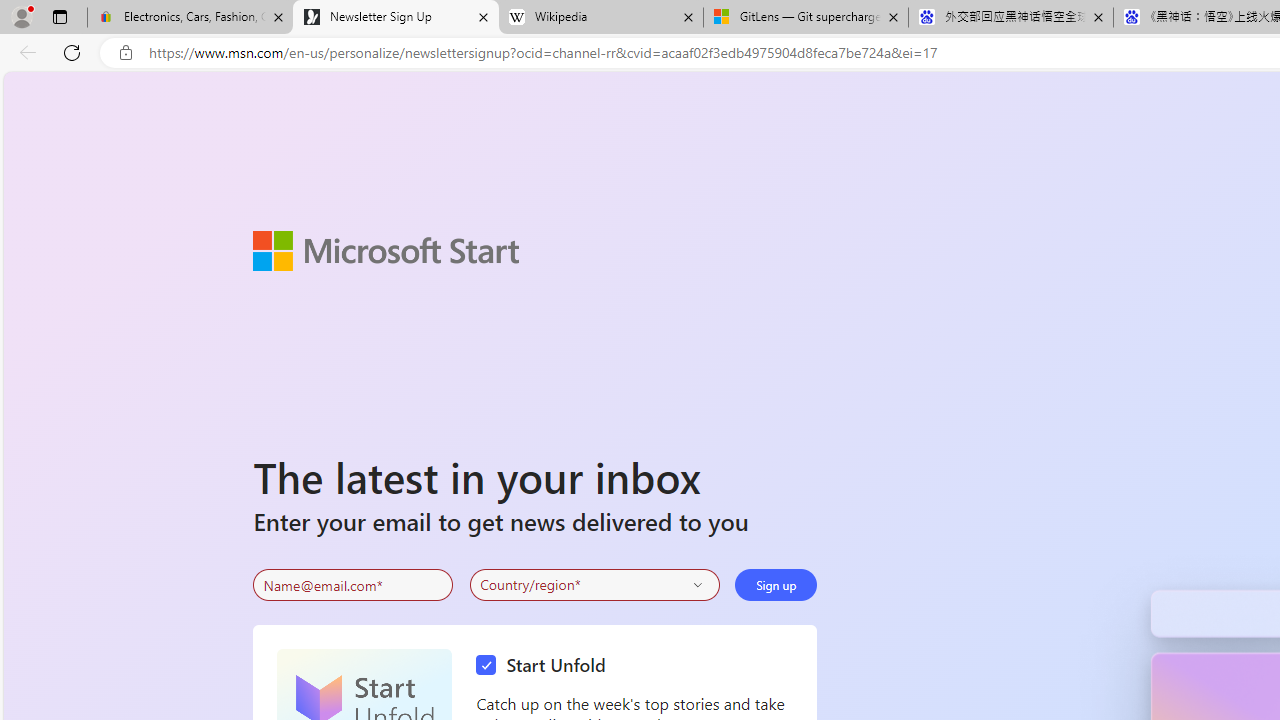 This screenshot has height=720, width=1280. I want to click on 'Sign up', so click(775, 585).